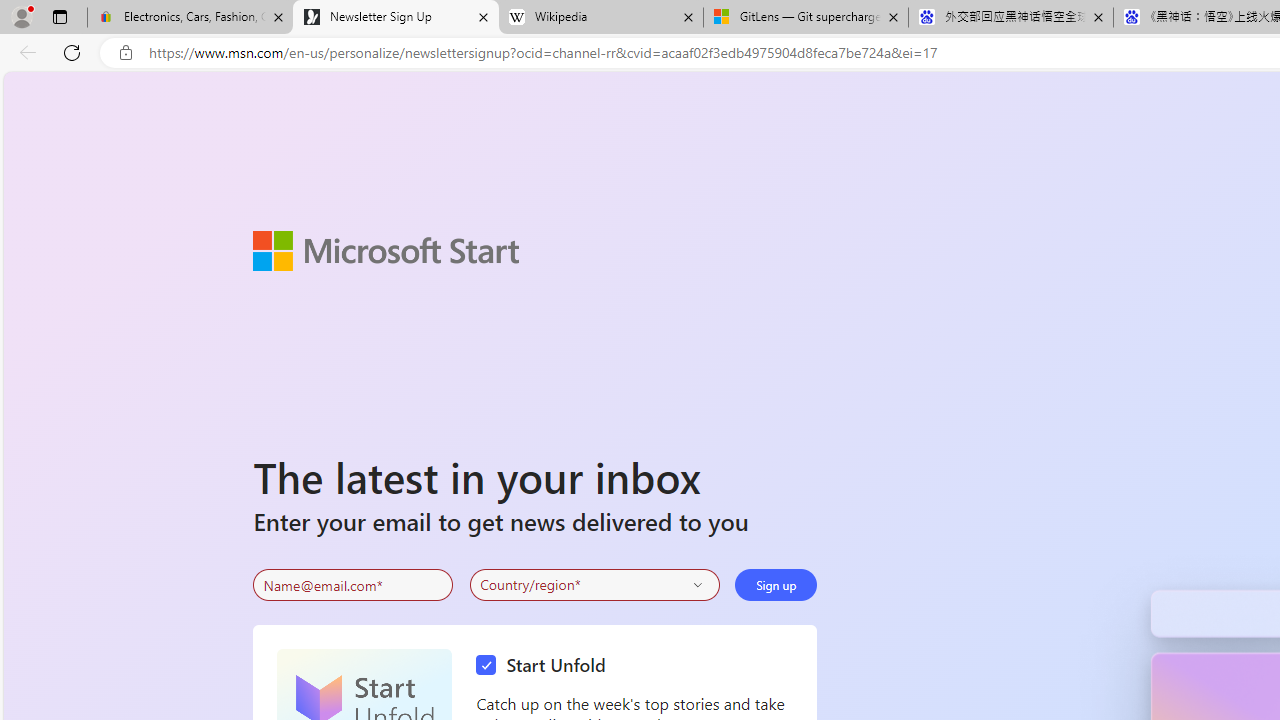 This screenshot has height=720, width=1280. I want to click on 'Sign up', so click(775, 585).